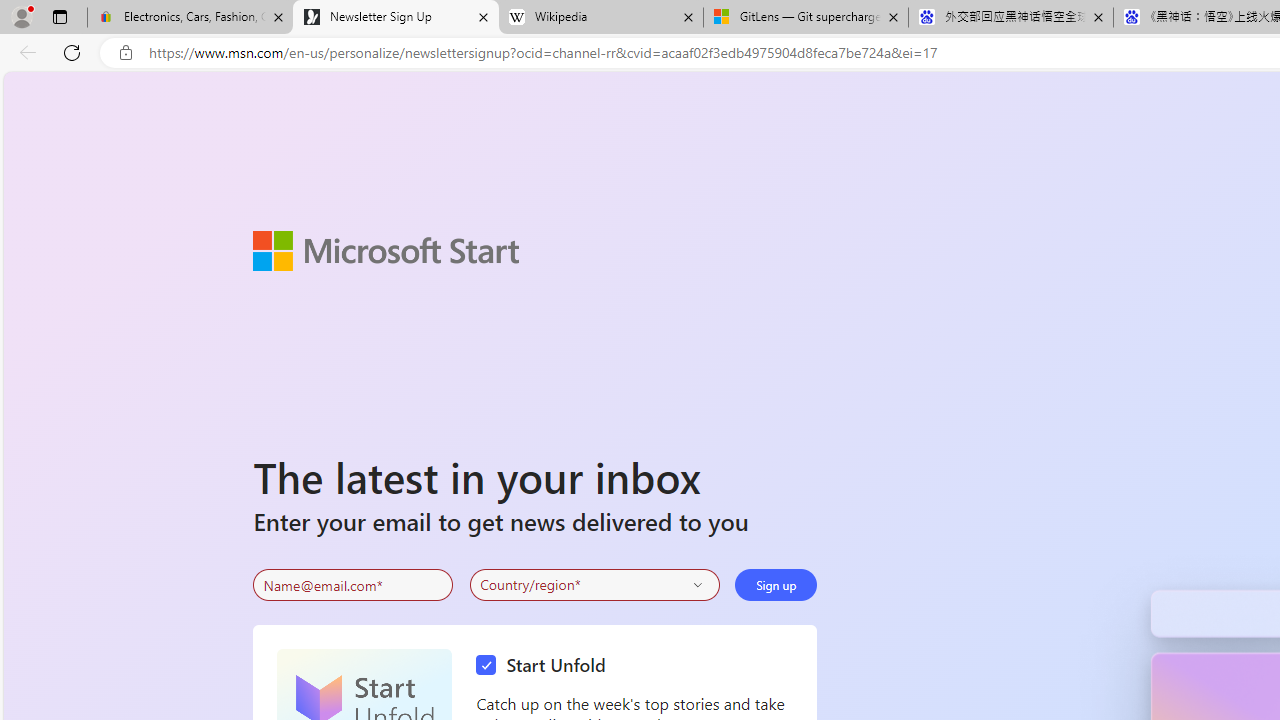 This screenshot has height=720, width=1280. I want to click on 'Sign up', so click(775, 585).